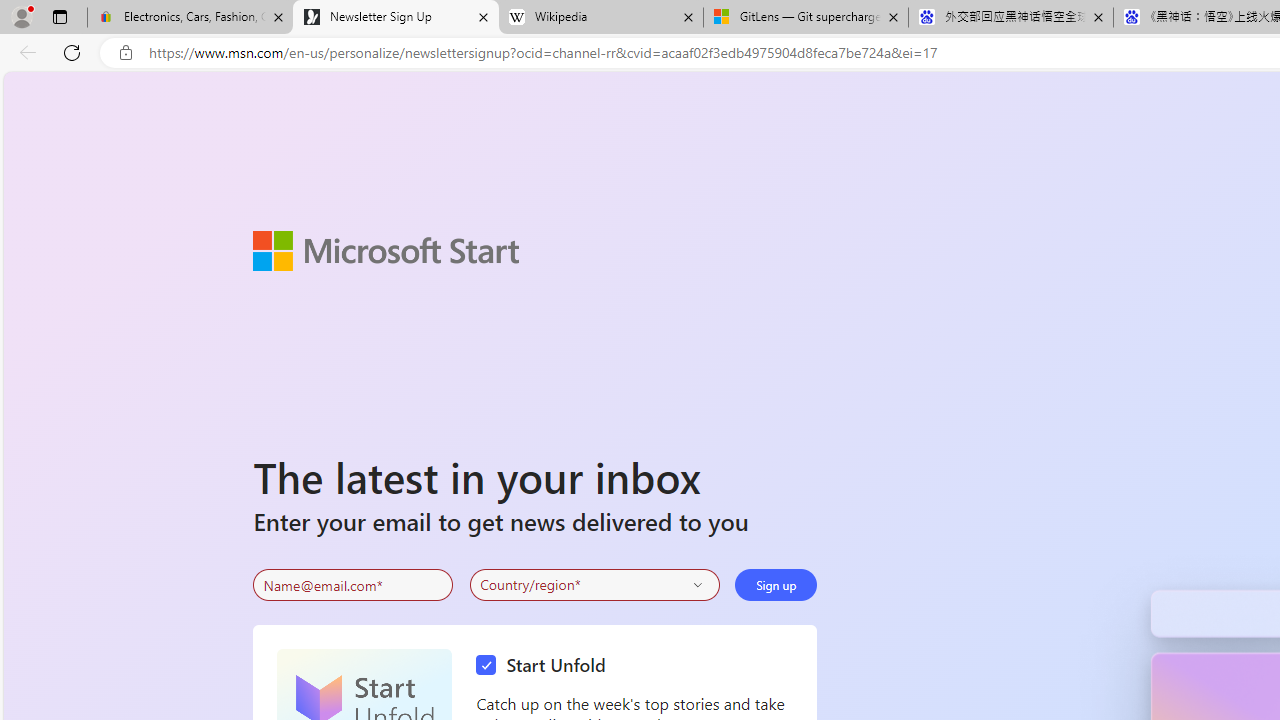 This screenshot has height=720, width=1280. I want to click on 'Sign up', so click(775, 585).